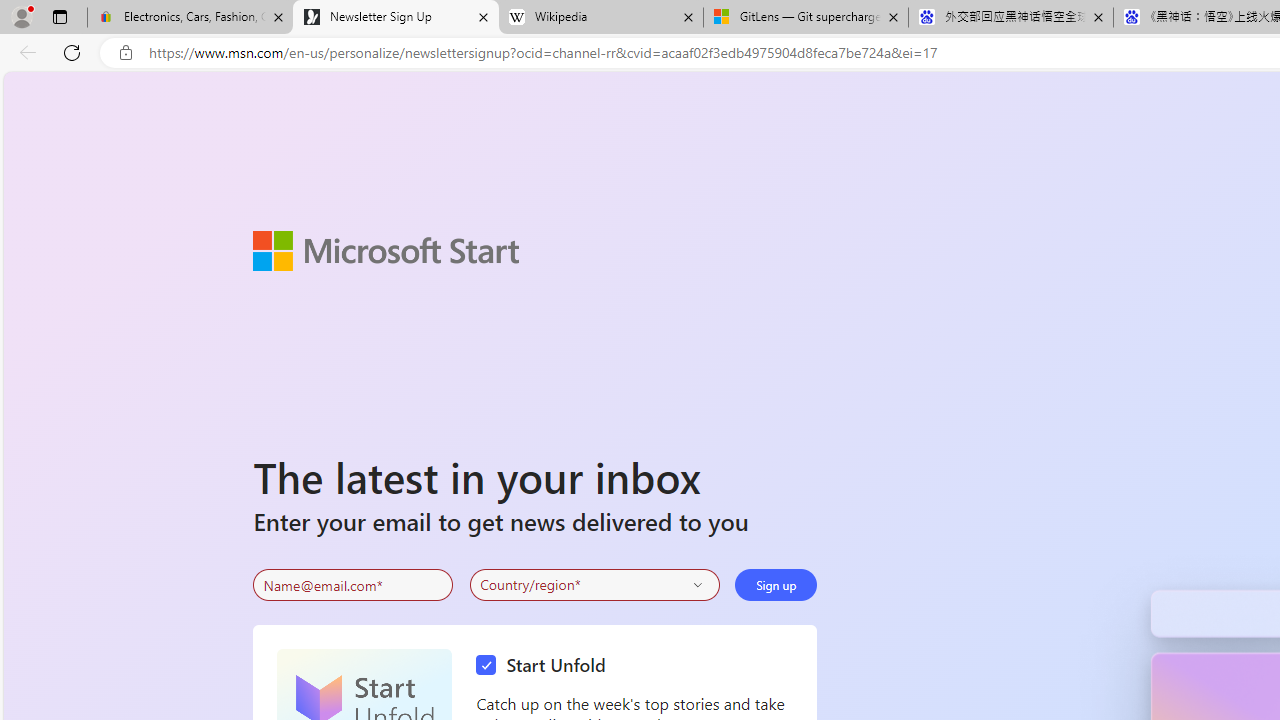 This screenshot has height=720, width=1280. I want to click on 'Sign up', so click(775, 585).